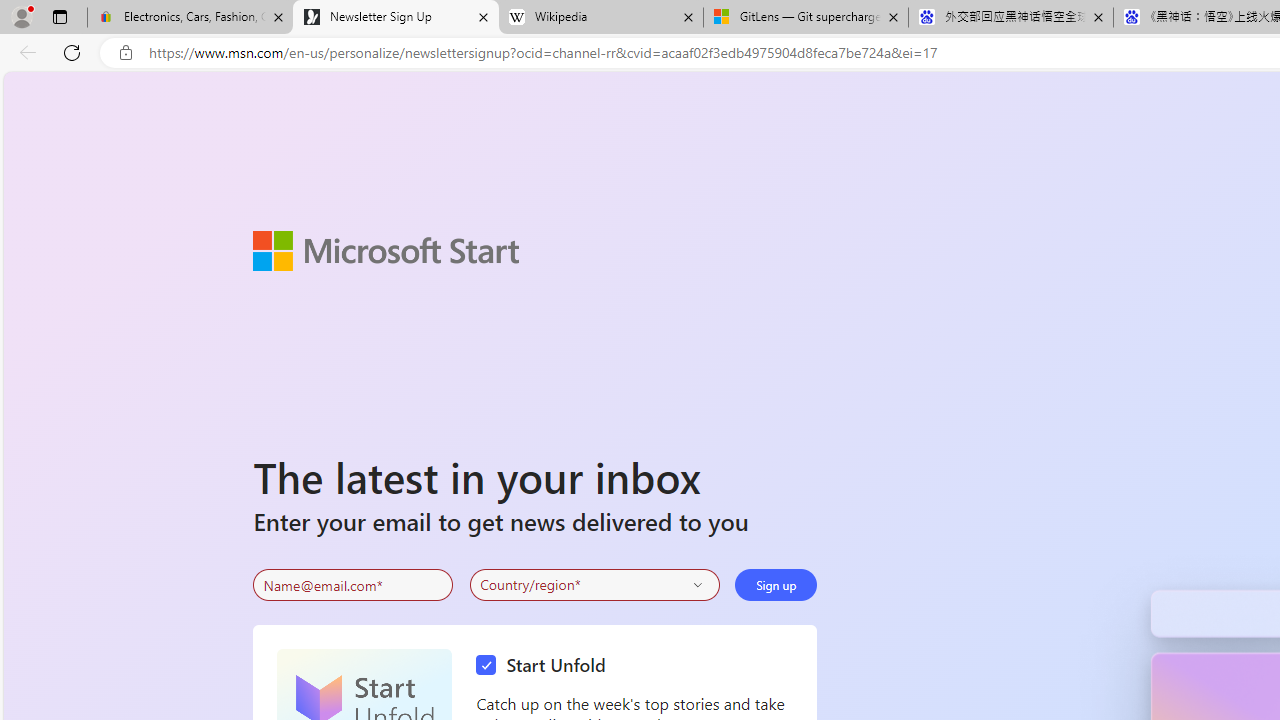 This screenshot has height=720, width=1280. I want to click on 'Sign up', so click(775, 585).